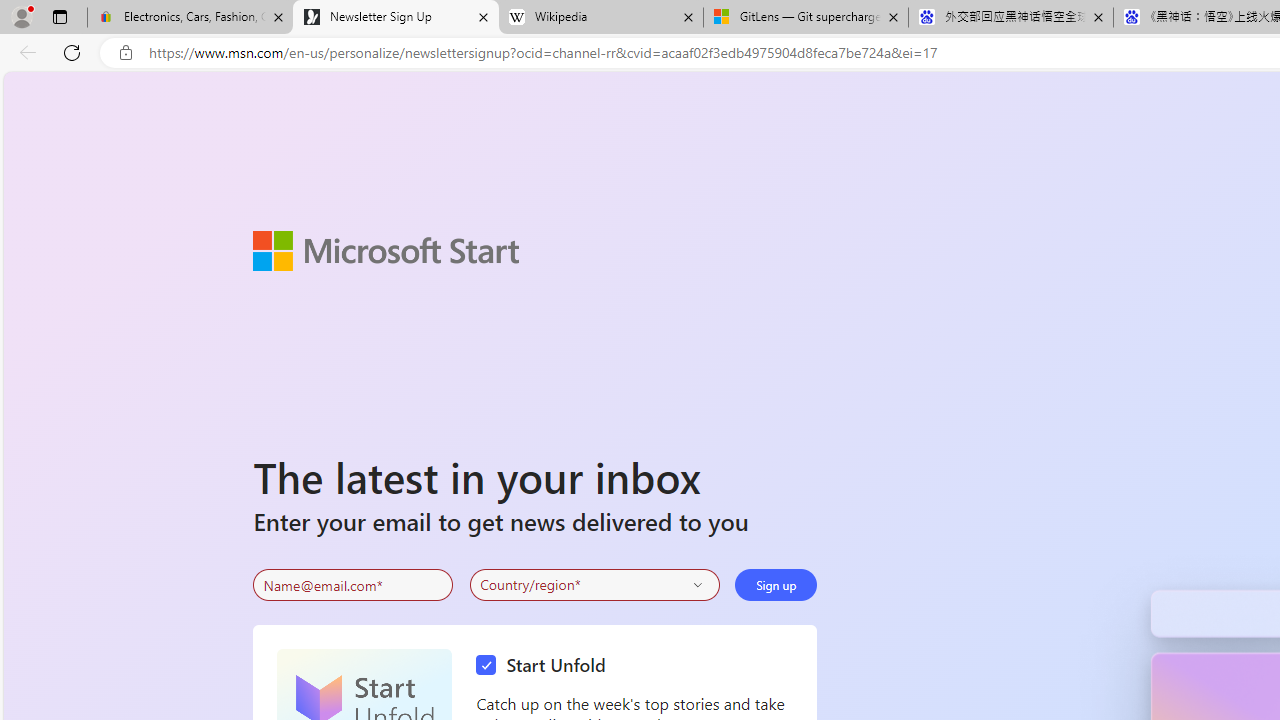 This screenshot has height=720, width=1280. I want to click on 'Sign up', so click(775, 585).